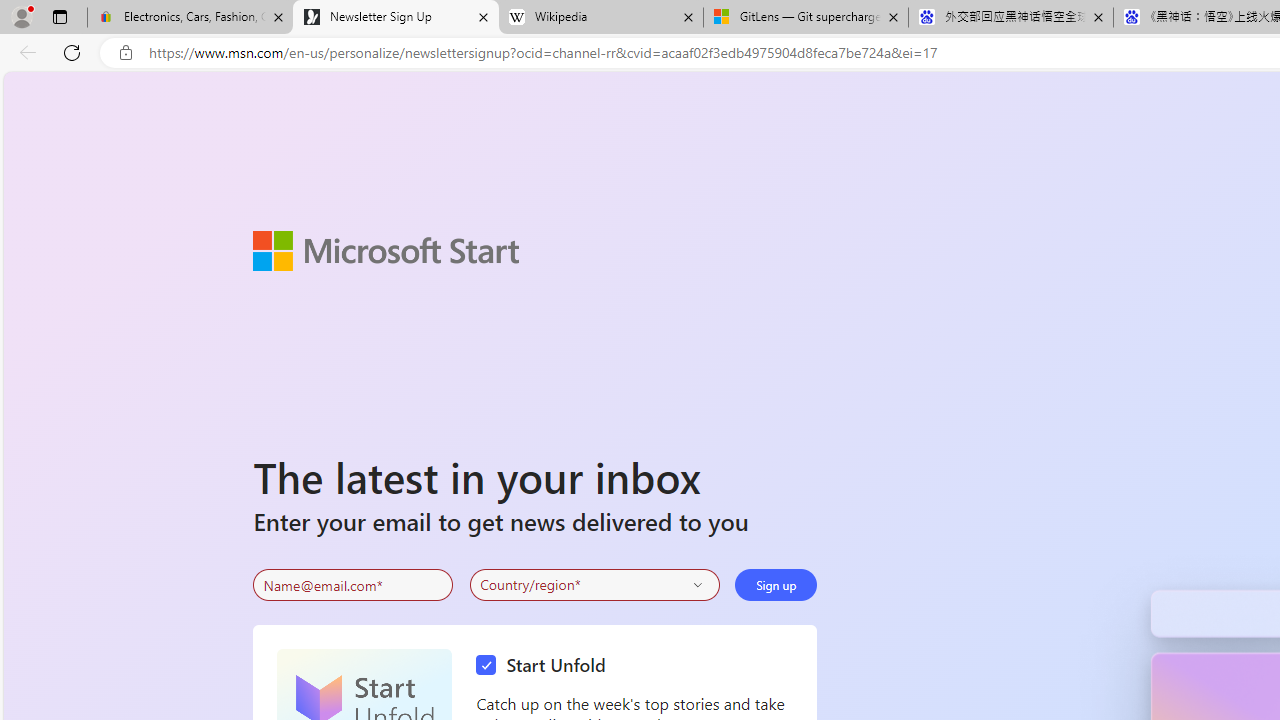 This screenshot has height=720, width=1280. I want to click on 'Sign up', so click(775, 585).